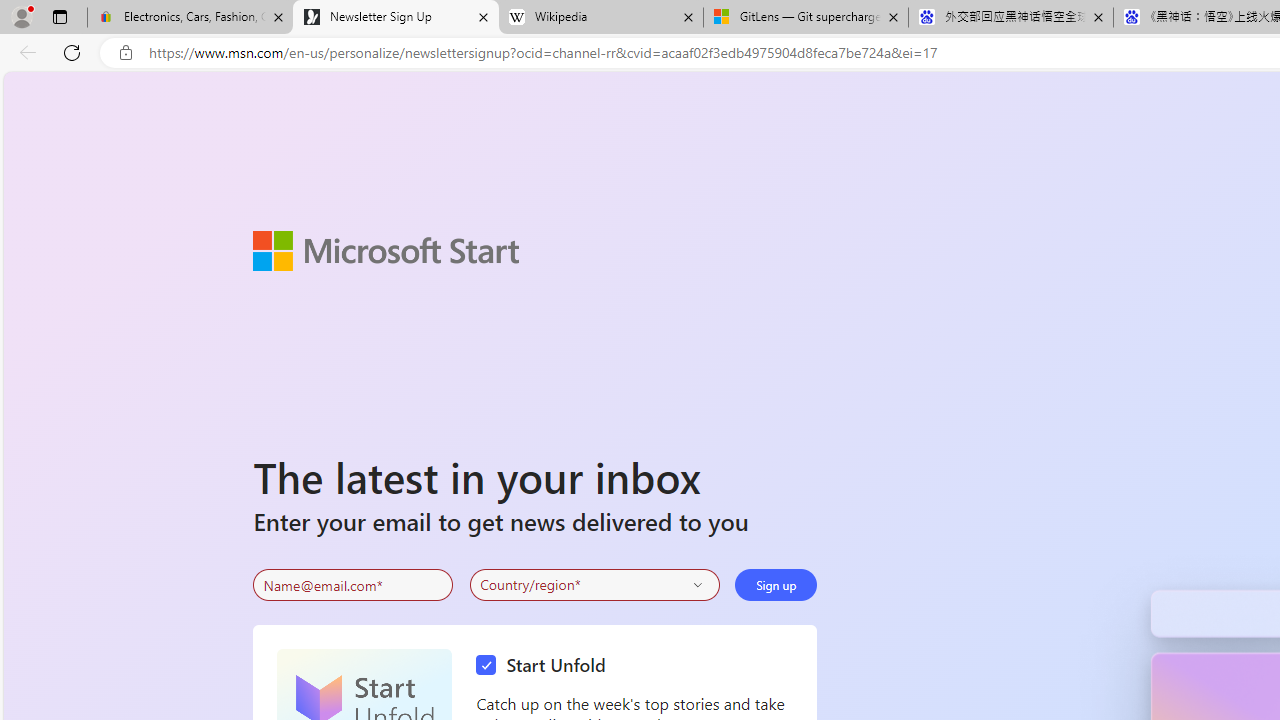 This screenshot has height=720, width=1280. I want to click on 'Sign up', so click(775, 585).